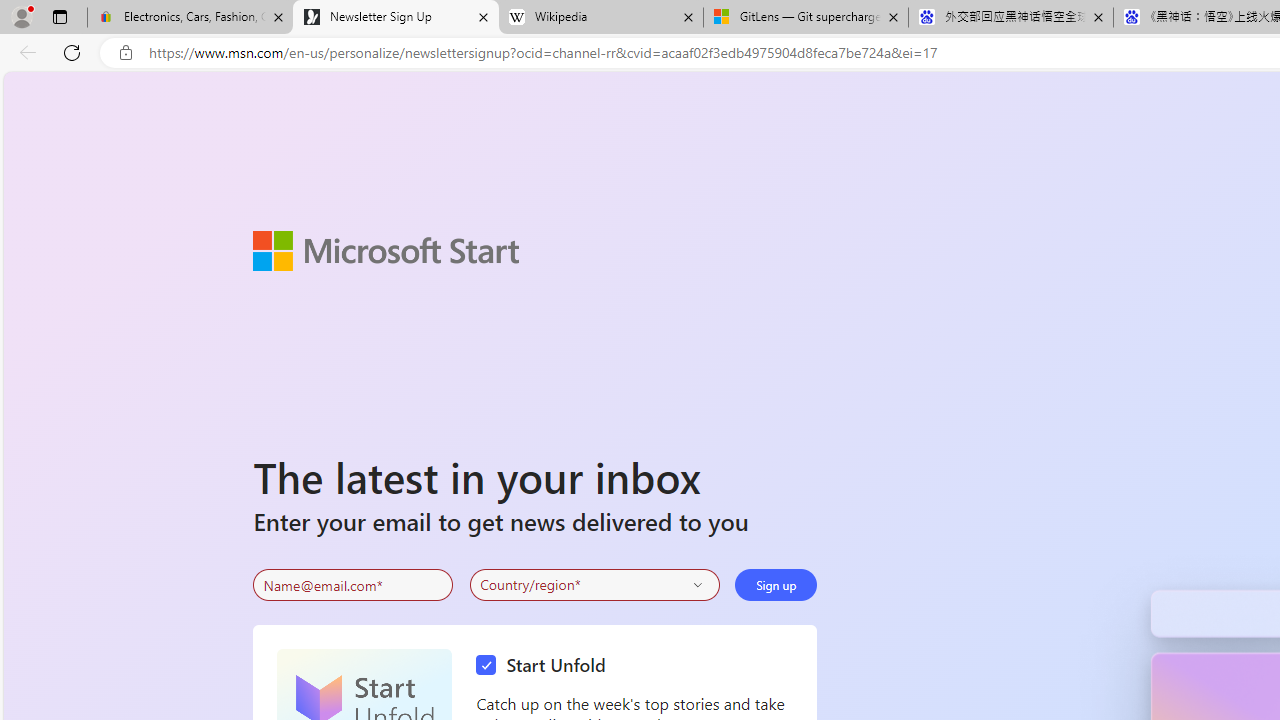 This screenshot has height=720, width=1280. I want to click on 'Sign up', so click(775, 585).